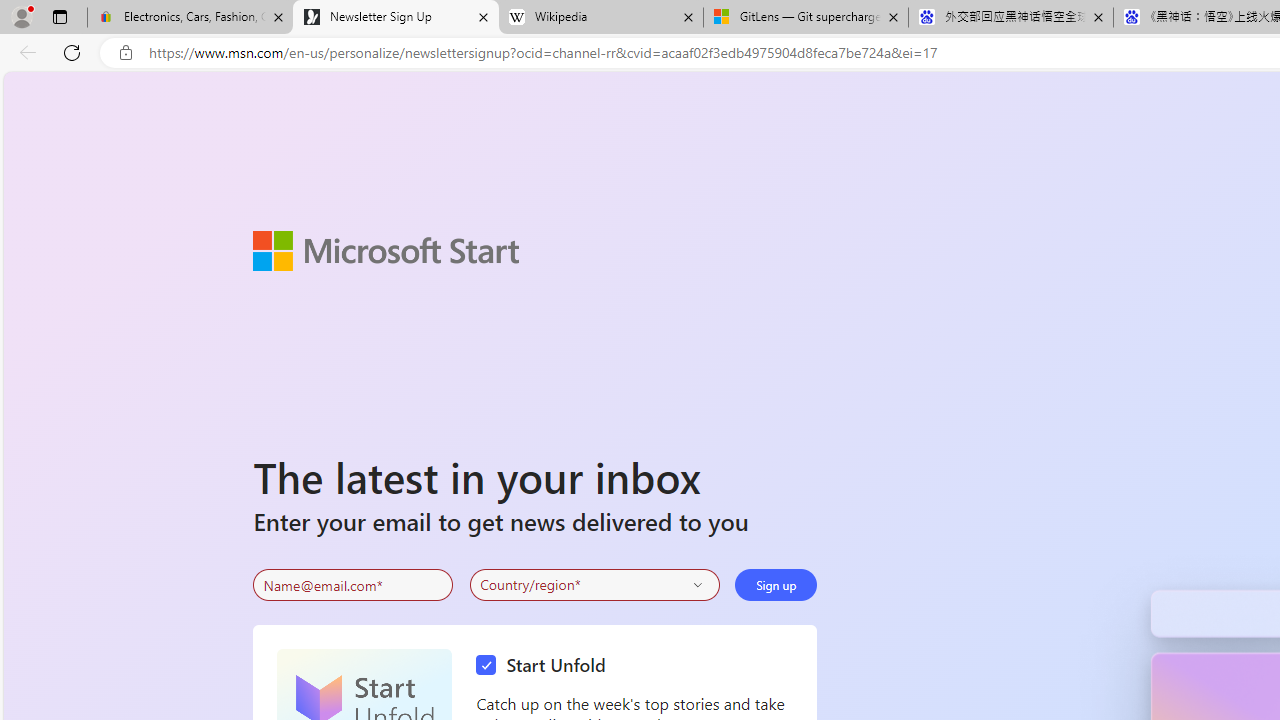 This screenshot has height=720, width=1280. I want to click on 'Sign up', so click(775, 585).